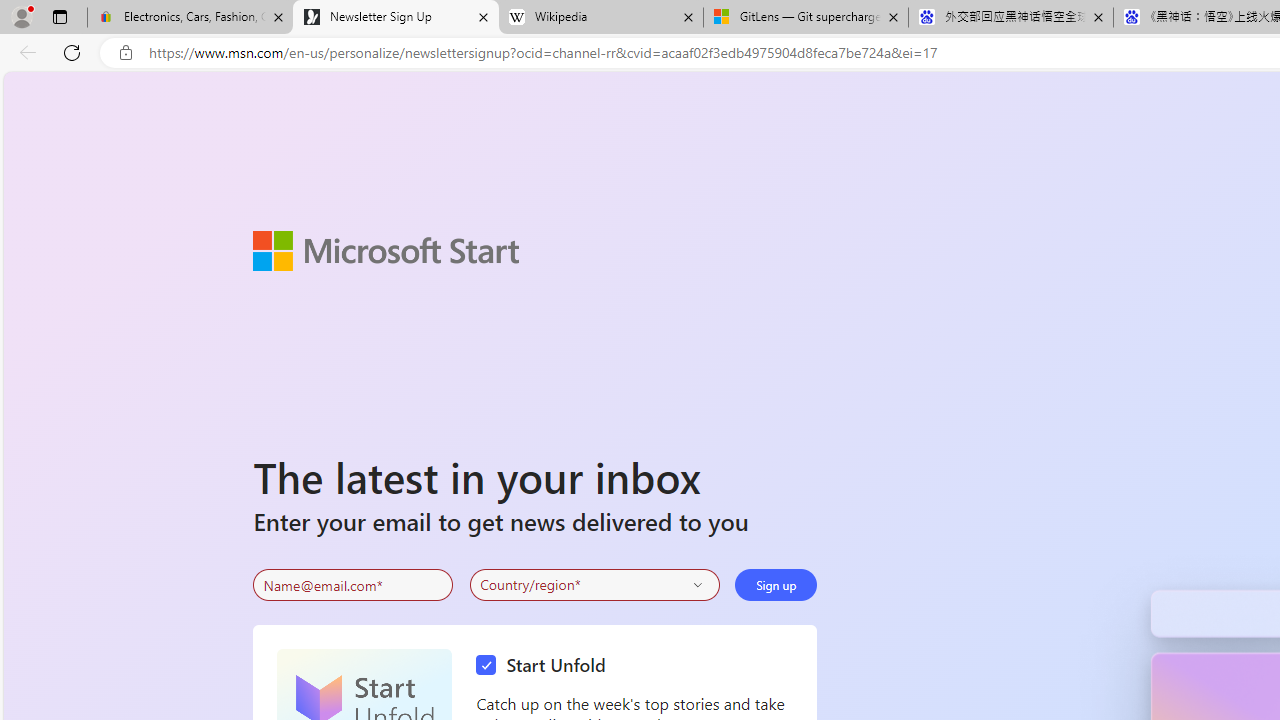 This screenshot has height=720, width=1280. I want to click on 'Sign up', so click(775, 585).